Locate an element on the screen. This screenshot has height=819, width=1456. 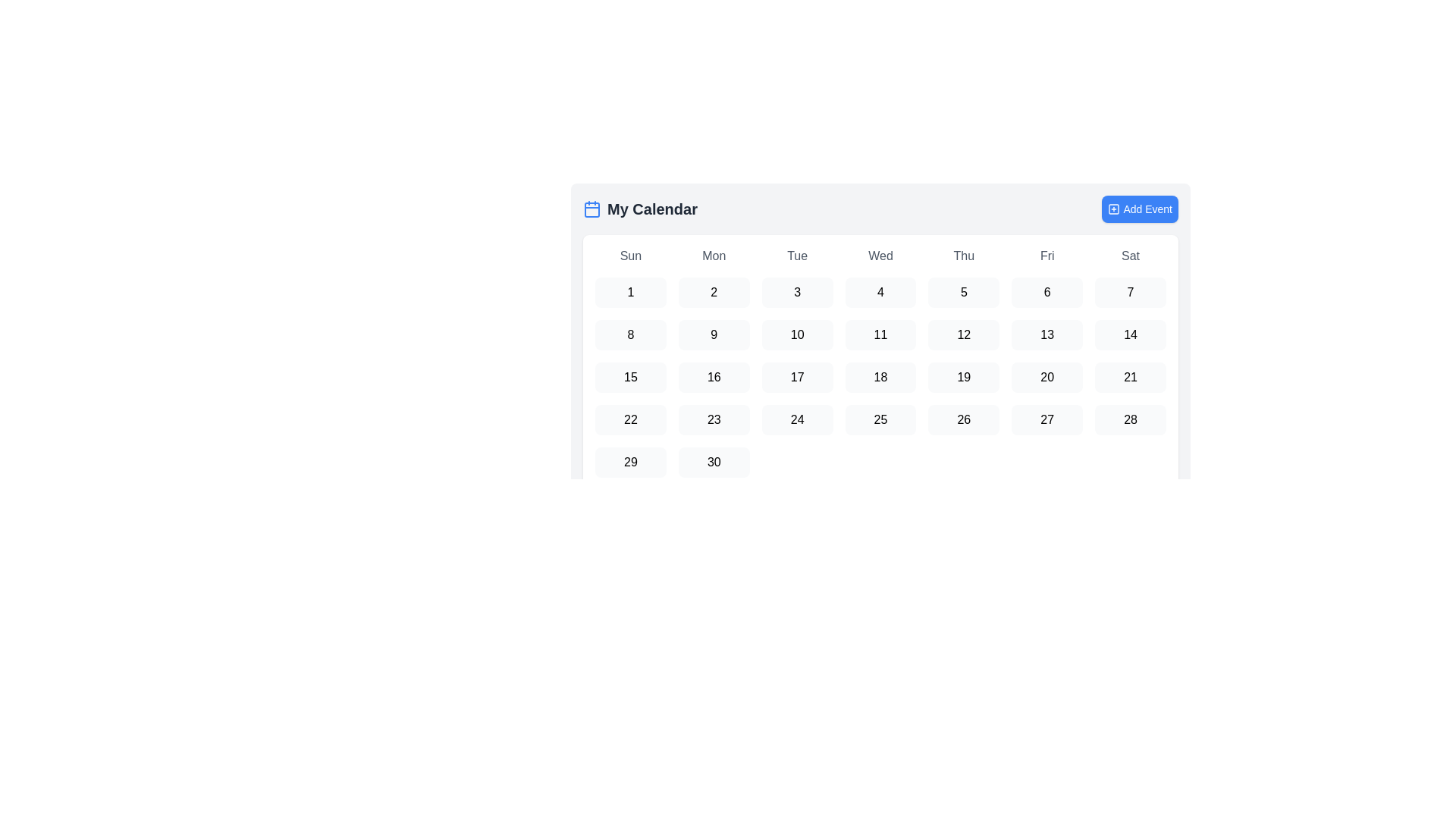
the grey box with rounded corners containing the number '22' is located at coordinates (630, 420).